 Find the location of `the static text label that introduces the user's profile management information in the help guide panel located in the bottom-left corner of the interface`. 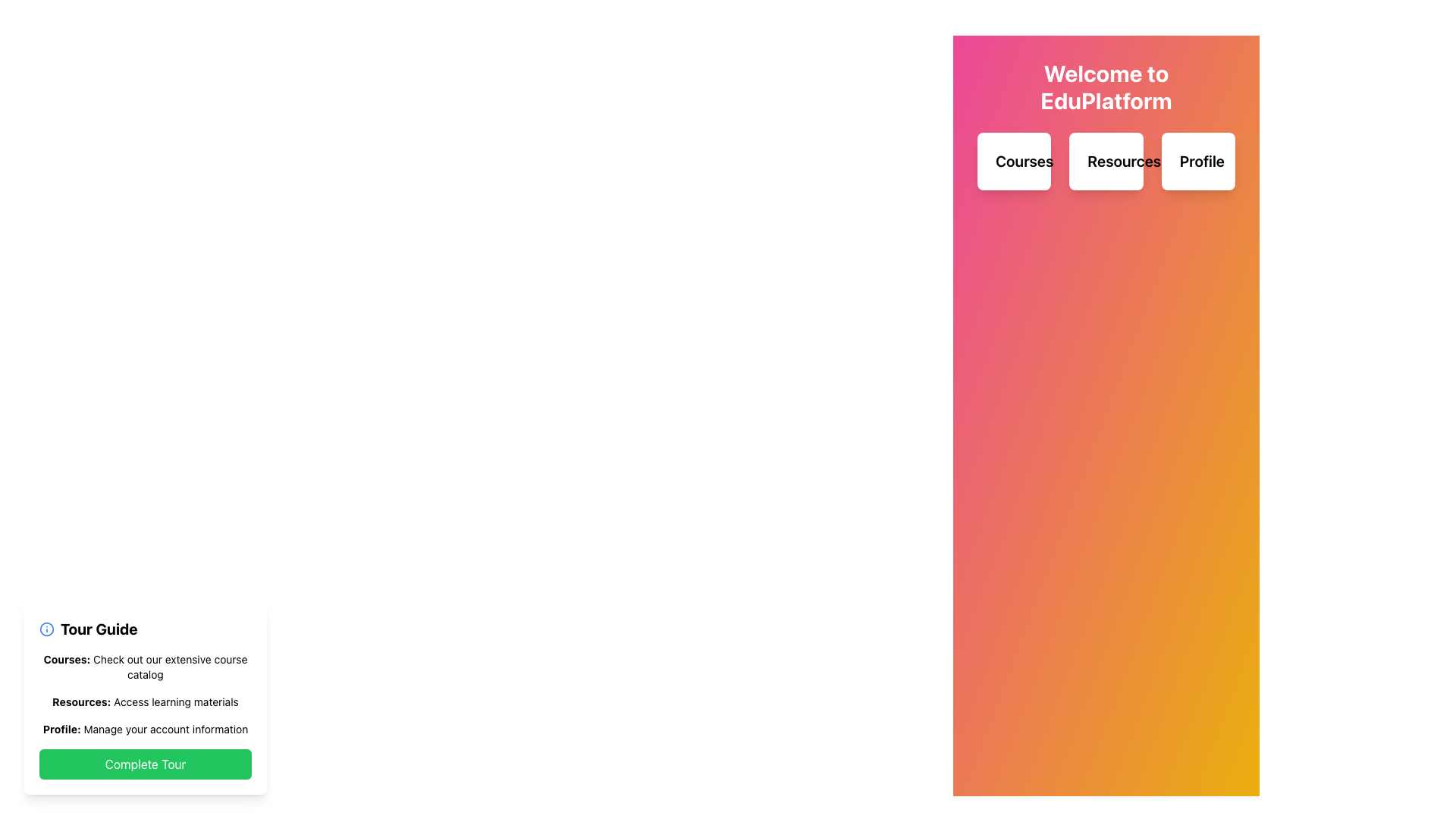

the static text label that introduces the user's profile management information in the help guide panel located in the bottom-left corner of the interface is located at coordinates (61, 728).